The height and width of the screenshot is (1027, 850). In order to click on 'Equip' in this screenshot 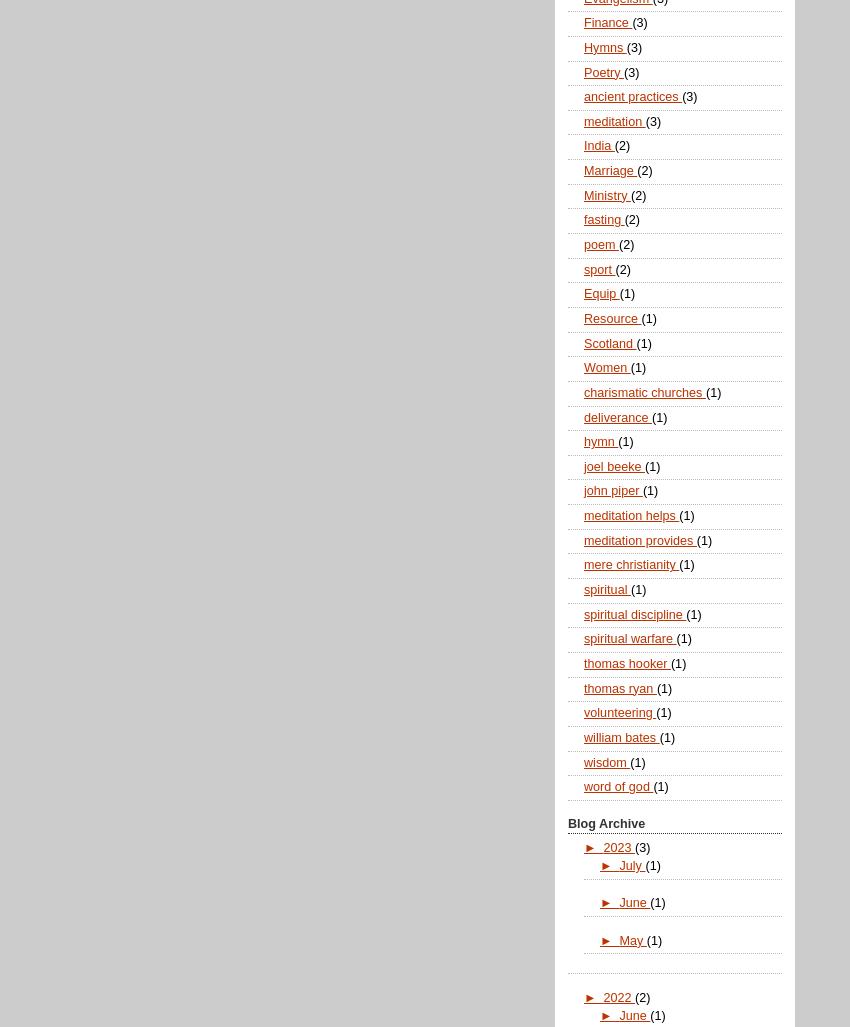, I will do `click(600, 293)`.